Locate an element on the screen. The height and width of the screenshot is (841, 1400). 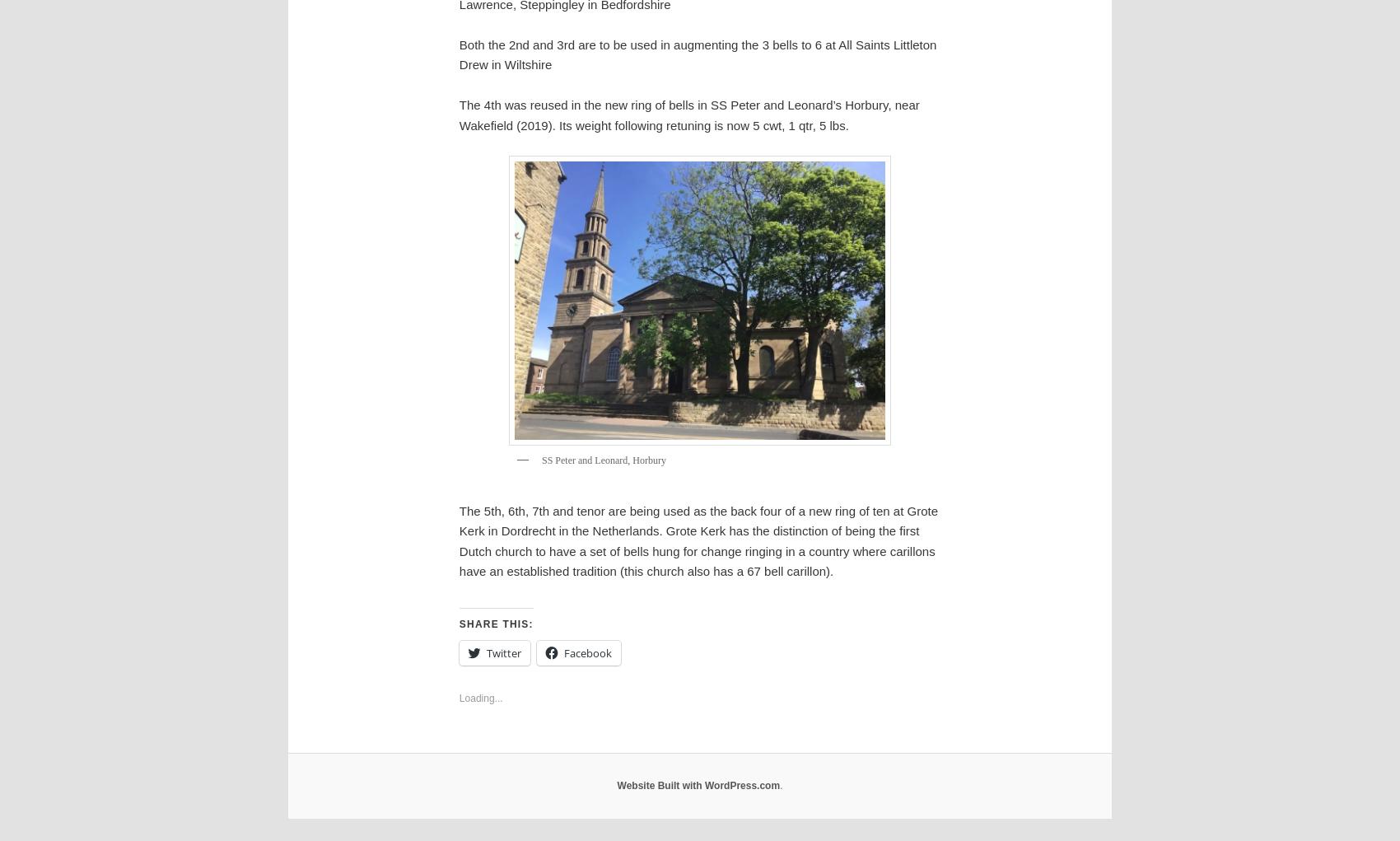
'.' is located at coordinates (781, 785).